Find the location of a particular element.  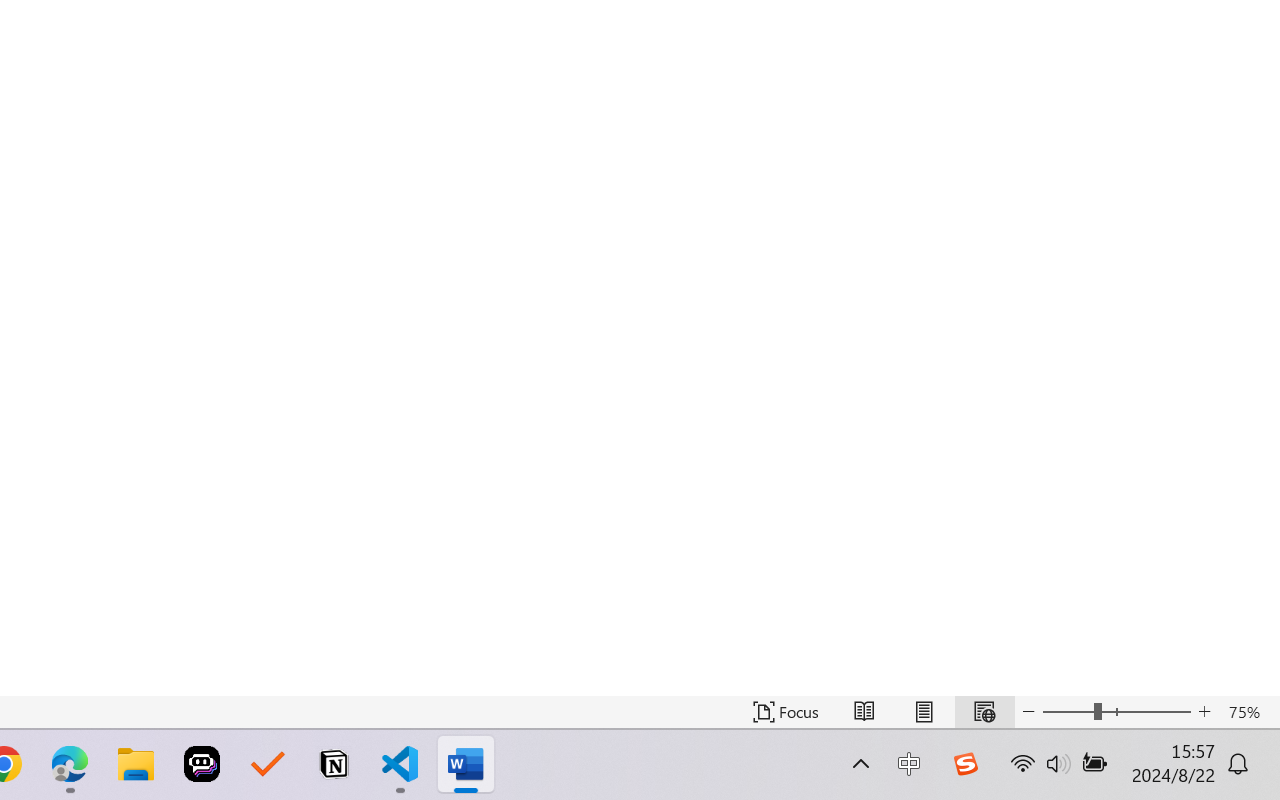

'Print Layout' is located at coordinates (923, 711).